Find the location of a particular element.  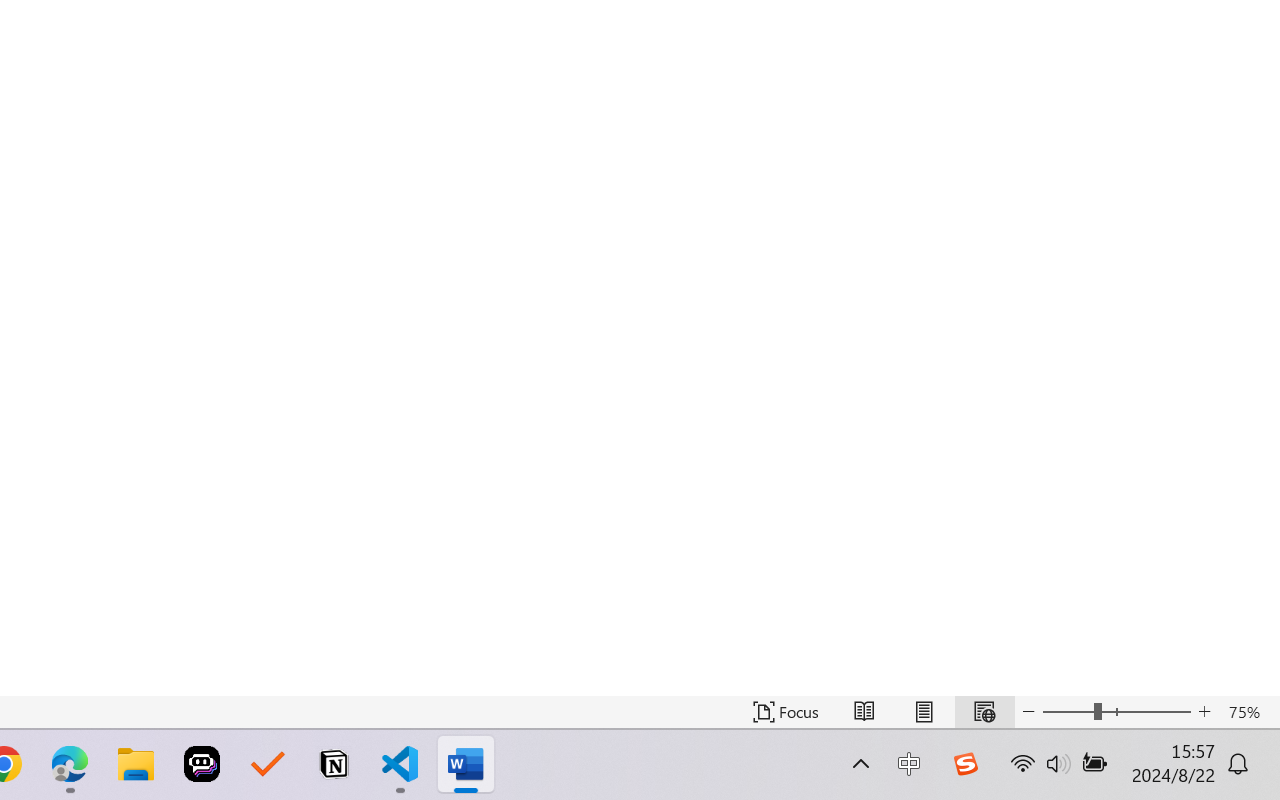

'Print Layout' is located at coordinates (923, 711).